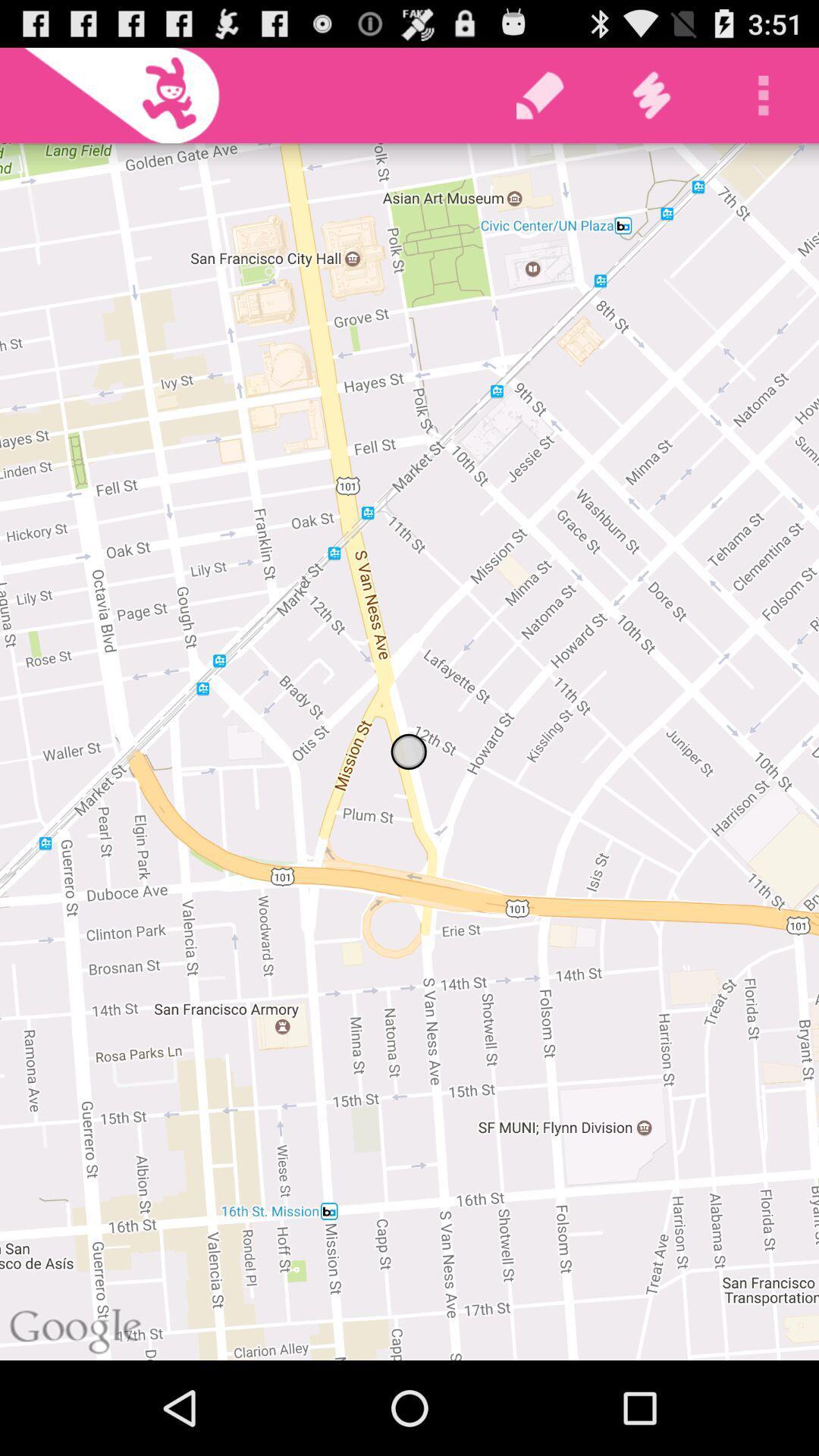 The width and height of the screenshot is (819, 1456). I want to click on the icon at the center, so click(409, 752).